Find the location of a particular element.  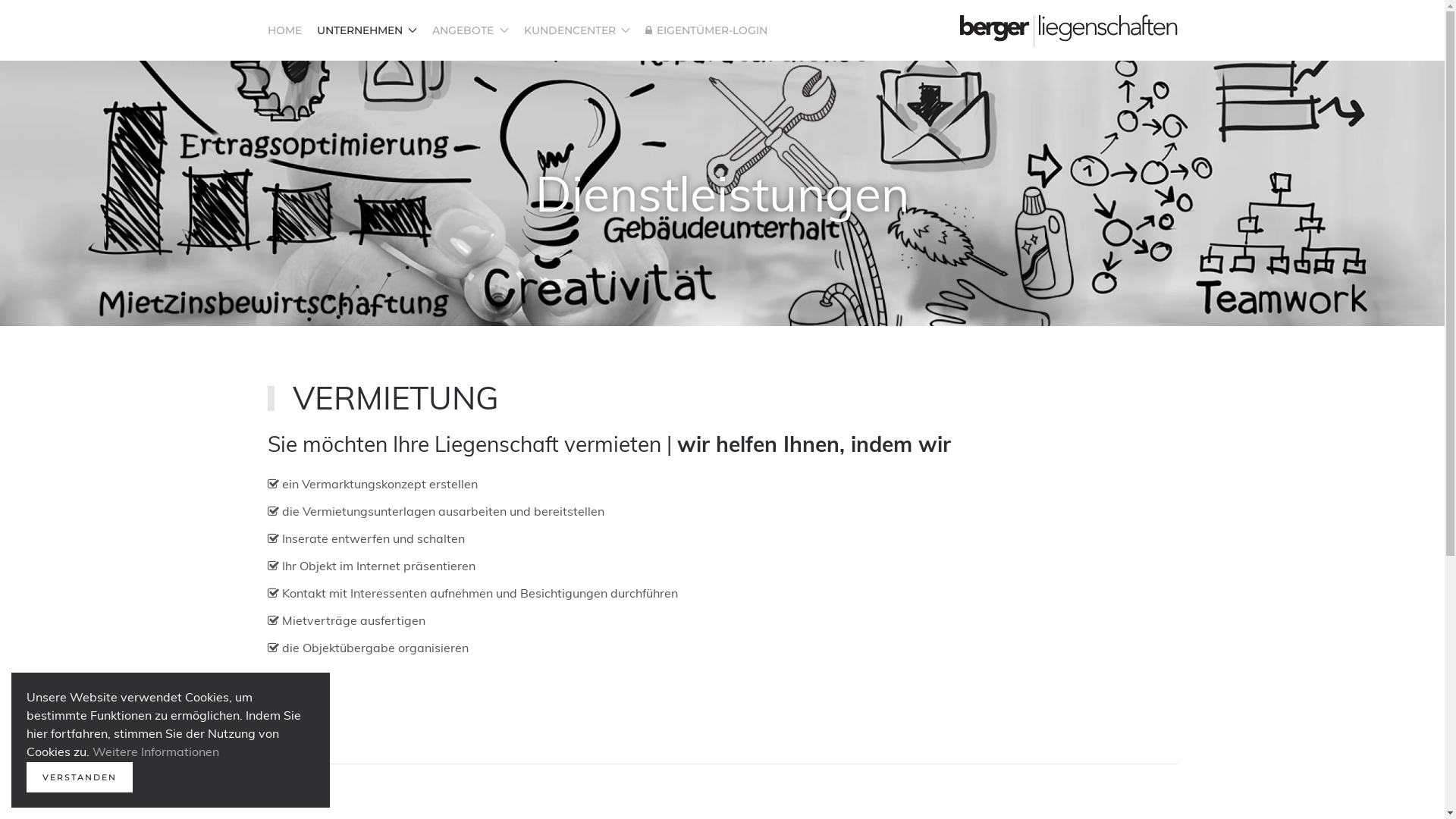

'ANGEBOTE' is located at coordinates (469, 30).